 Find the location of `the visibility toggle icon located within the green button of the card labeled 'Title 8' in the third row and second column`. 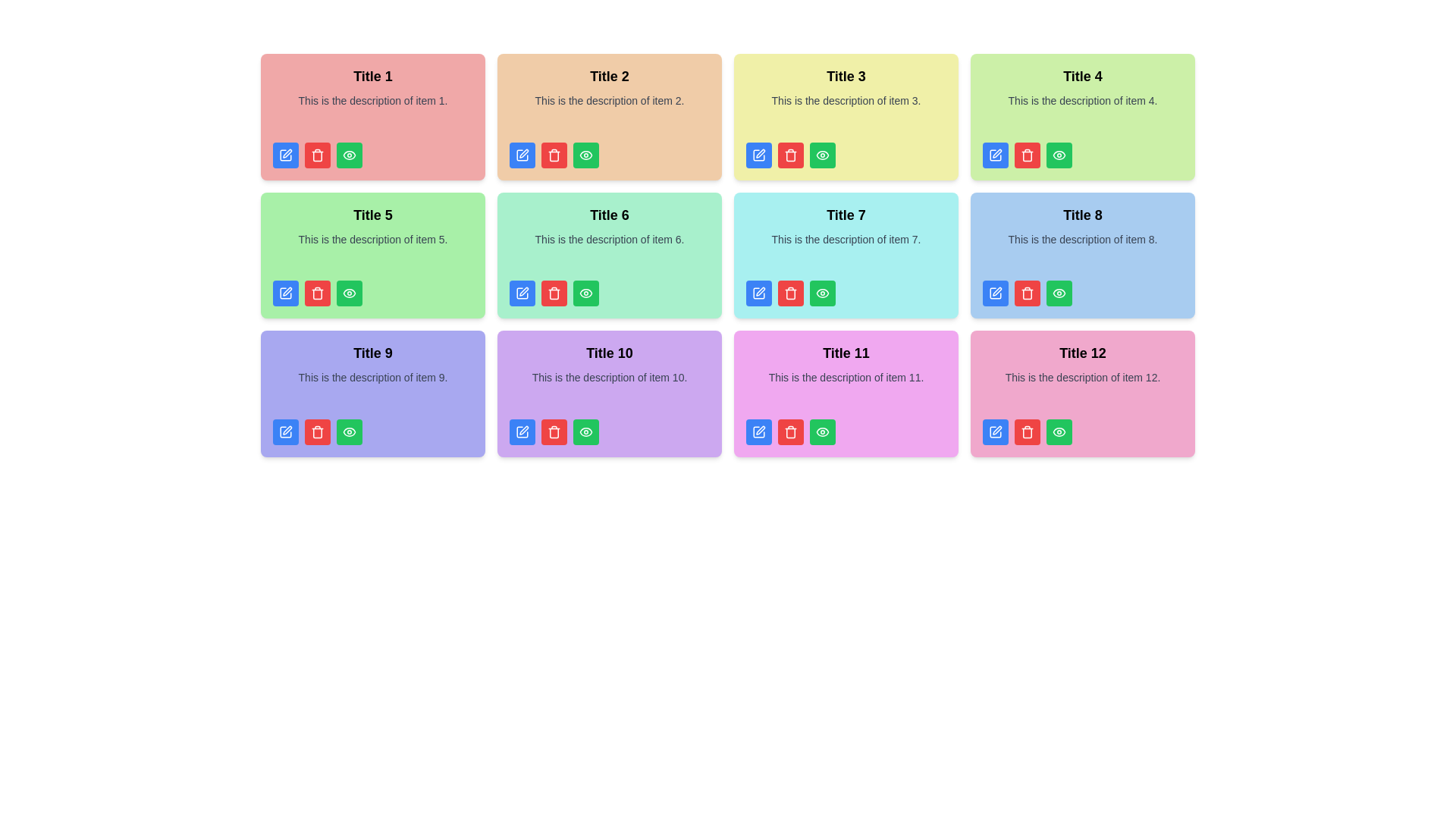

the visibility toggle icon located within the green button of the card labeled 'Title 8' in the third row and second column is located at coordinates (1058, 293).